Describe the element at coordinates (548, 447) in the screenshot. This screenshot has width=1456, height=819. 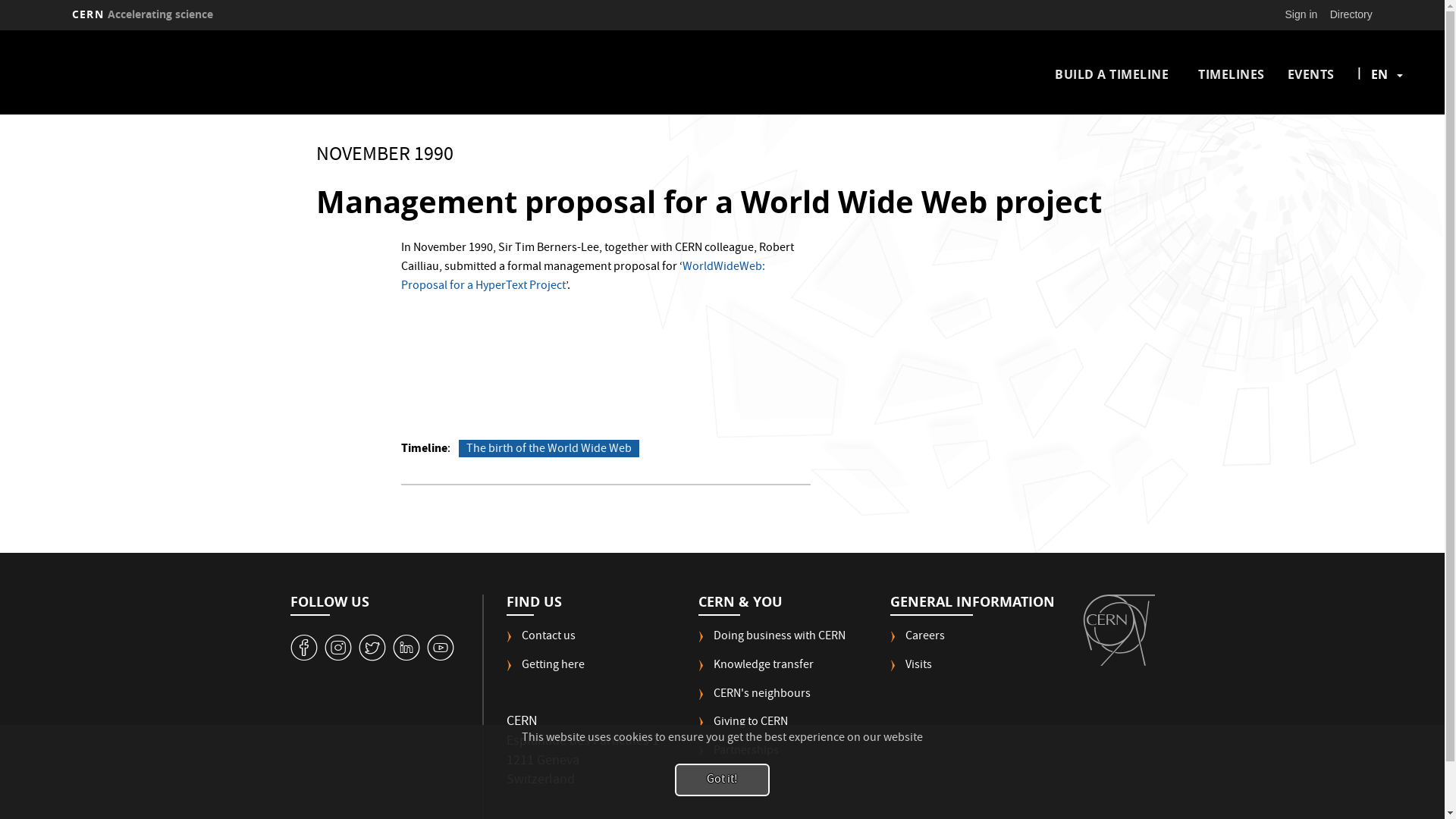
I see `'The birth of the World Wide Web'` at that location.